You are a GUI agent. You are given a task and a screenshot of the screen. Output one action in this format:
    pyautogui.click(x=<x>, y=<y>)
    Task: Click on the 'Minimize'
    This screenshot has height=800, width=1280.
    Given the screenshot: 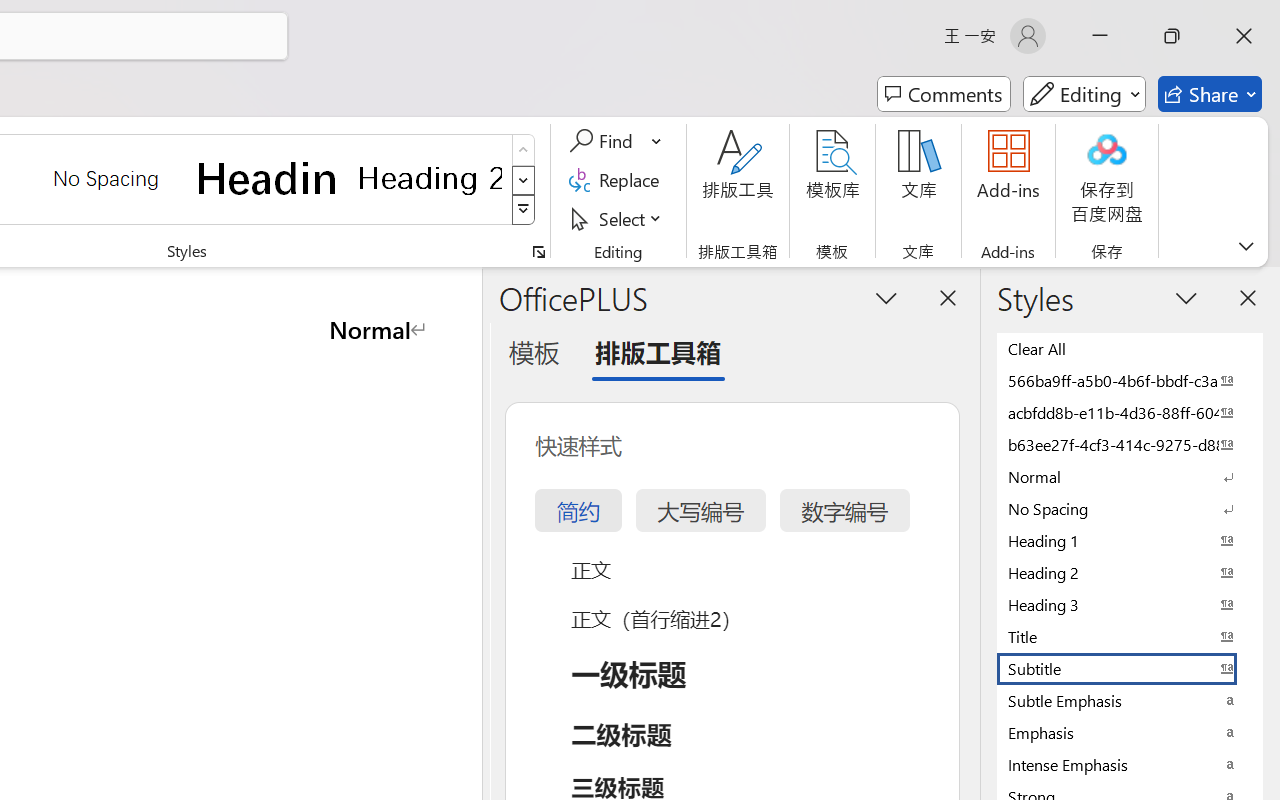 What is the action you would take?
    pyautogui.click(x=1099, y=35)
    